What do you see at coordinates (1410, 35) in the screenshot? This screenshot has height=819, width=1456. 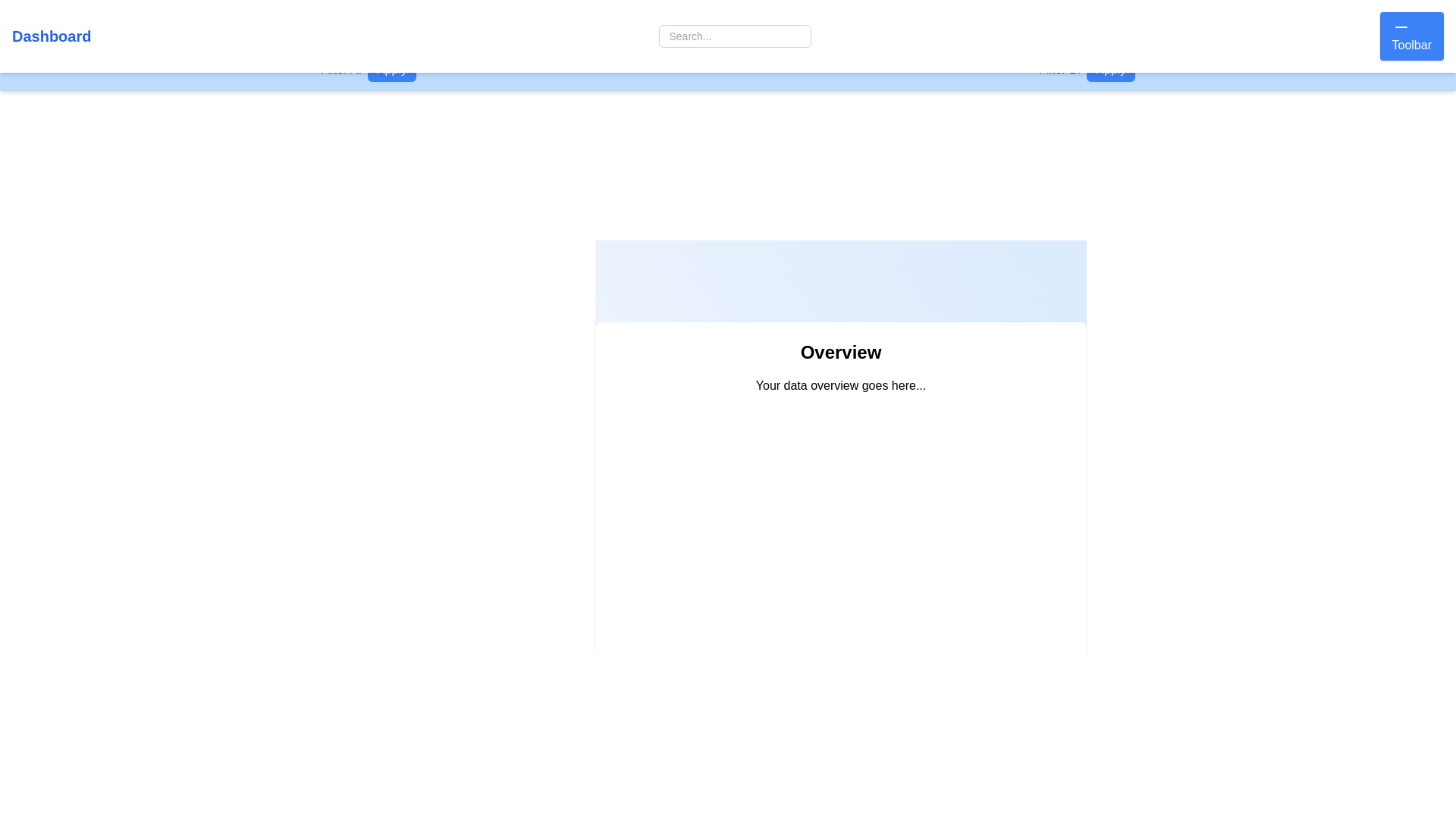 I see `the button located at the rightmost part of the horizontal toolbar` at bounding box center [1410, 35].